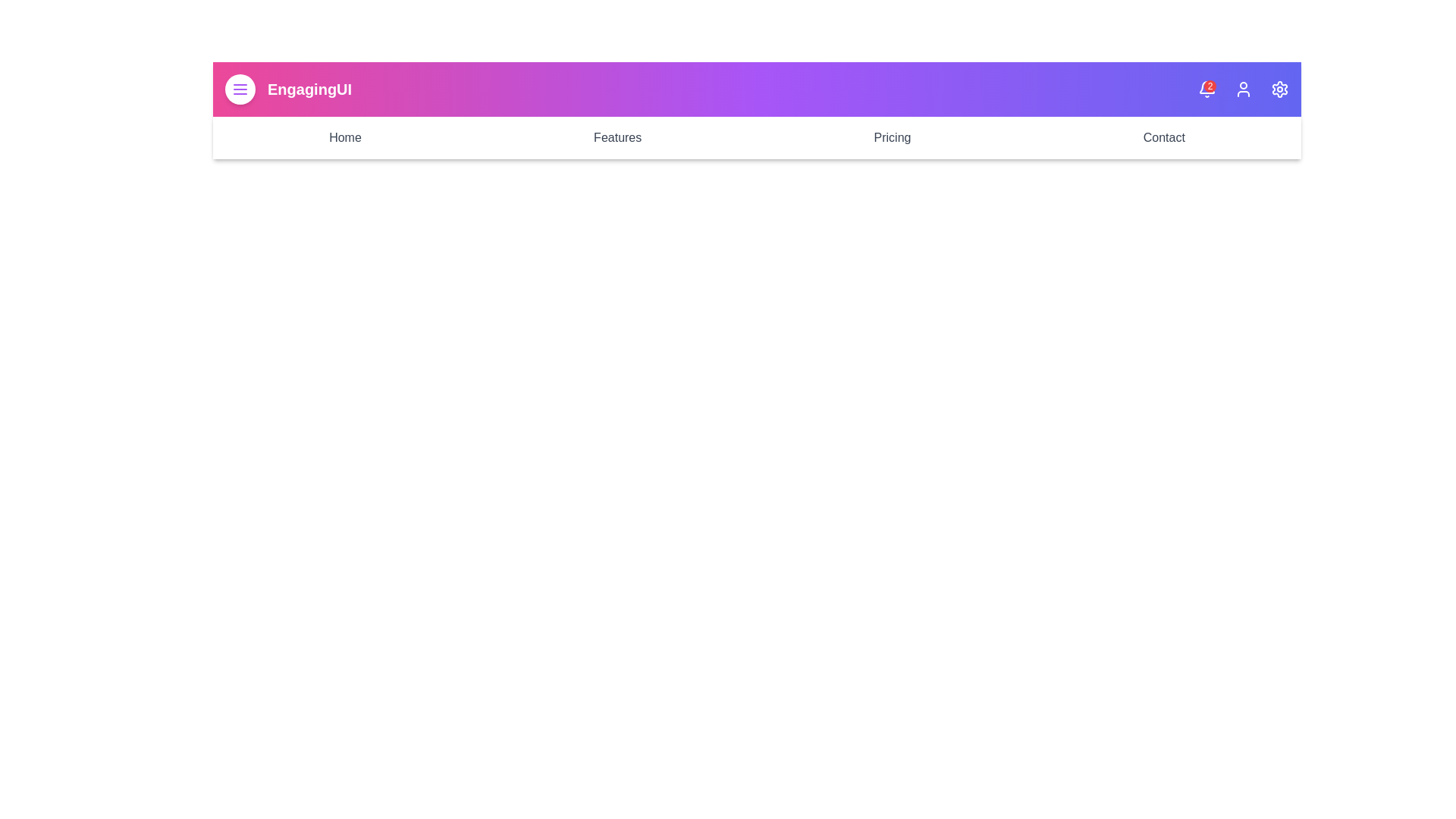  What do you see at coordinates (1207, 89) in the screenshot?
I see `the notification icon located on the app bar` at bounding box center [1207, 89].